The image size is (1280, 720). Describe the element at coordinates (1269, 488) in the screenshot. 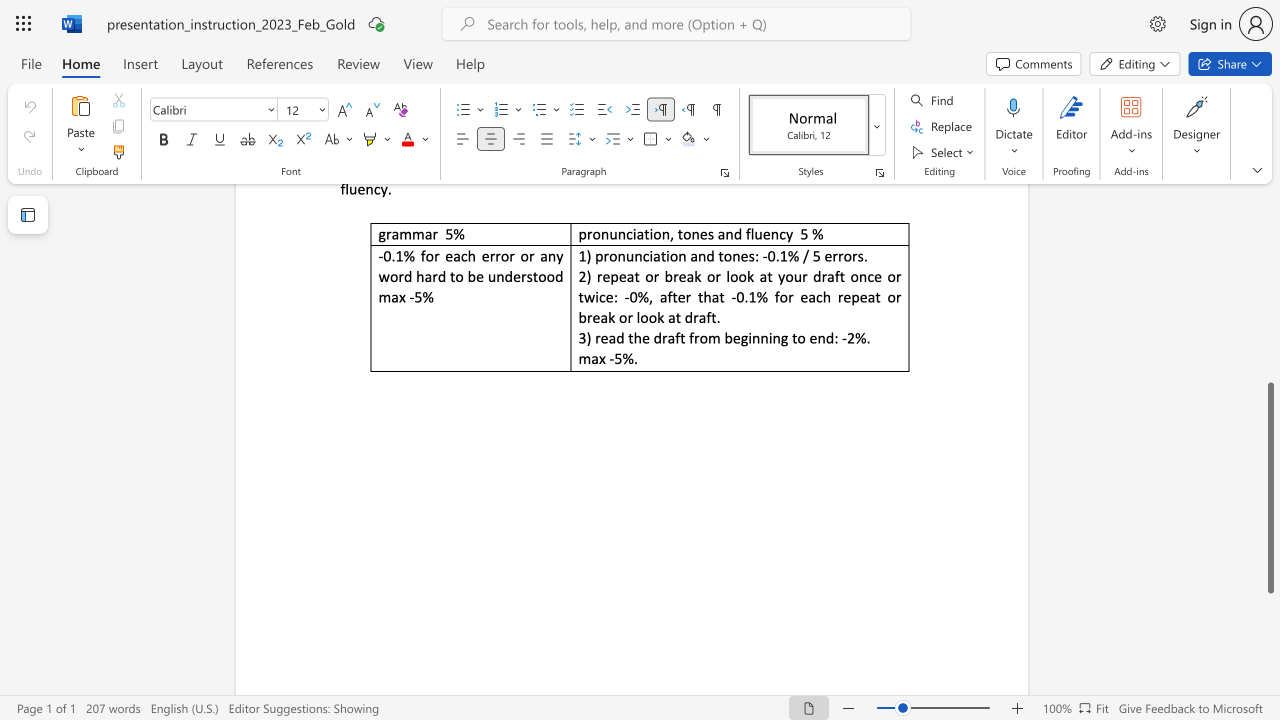

I see `the scrollbar and move down 160 pixels` at that location.